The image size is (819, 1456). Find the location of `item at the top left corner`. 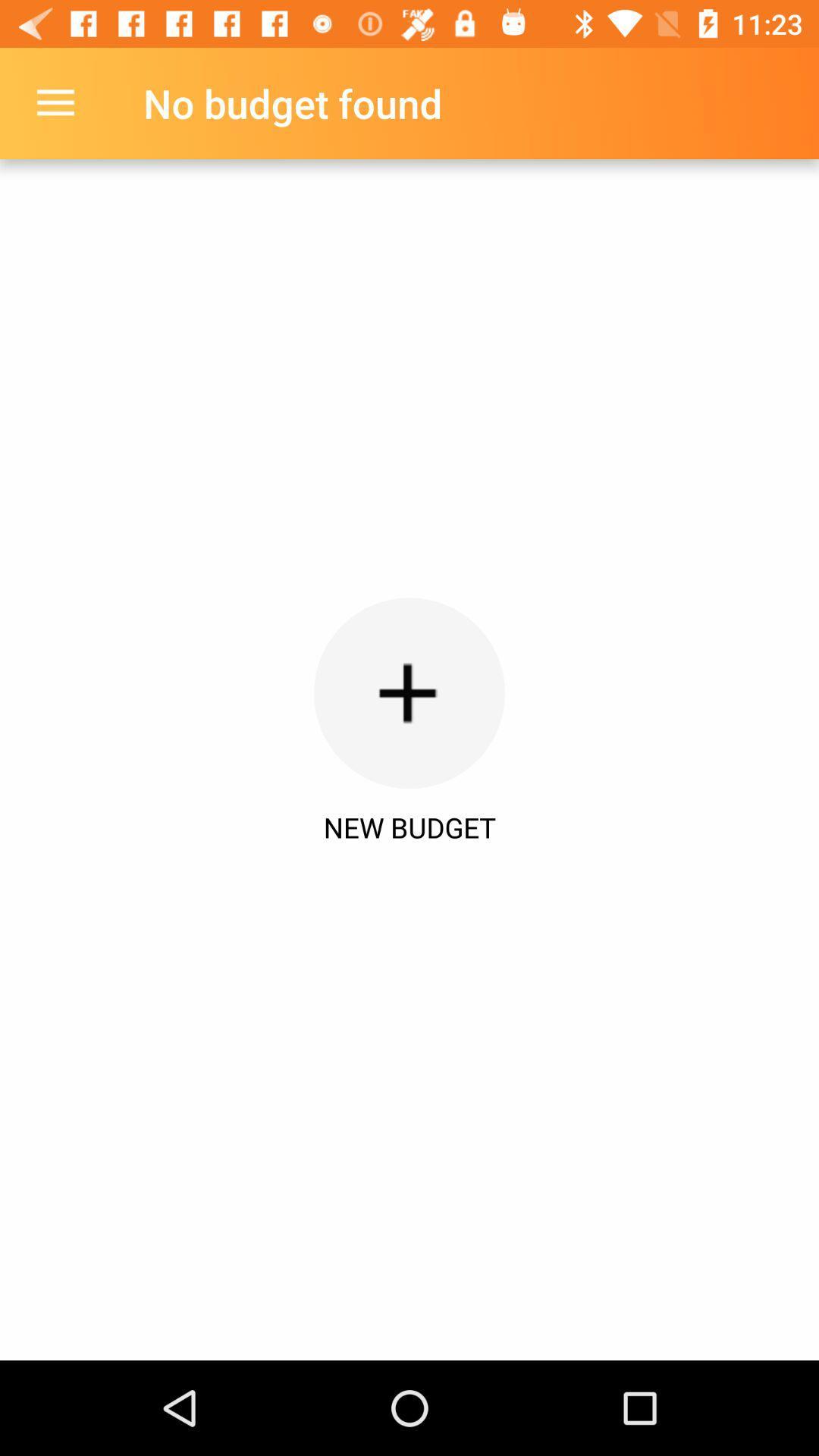

item at the top left corner is located at coordinates (55, 102).